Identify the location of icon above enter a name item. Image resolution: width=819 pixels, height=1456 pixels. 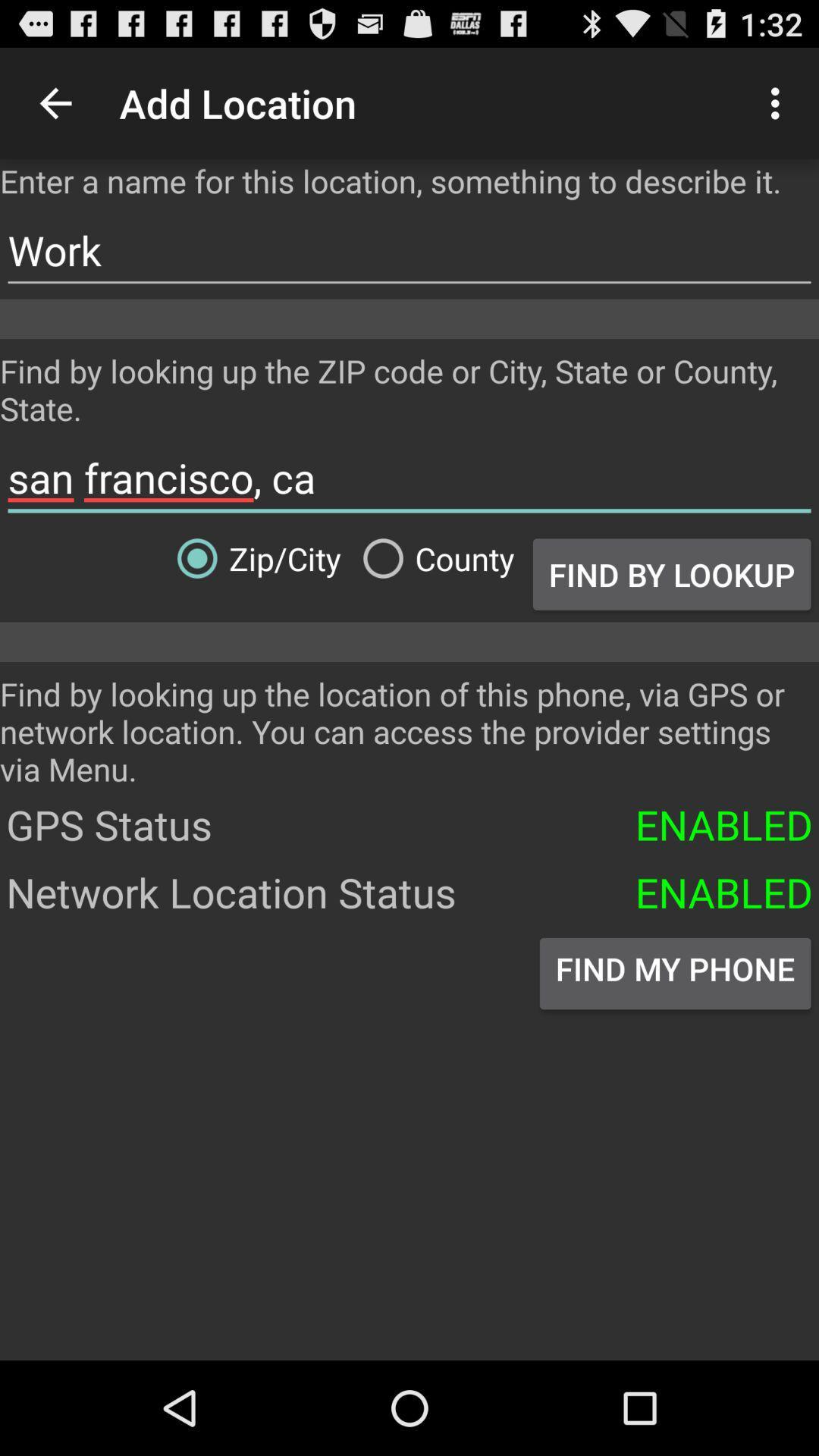
(55, 102).